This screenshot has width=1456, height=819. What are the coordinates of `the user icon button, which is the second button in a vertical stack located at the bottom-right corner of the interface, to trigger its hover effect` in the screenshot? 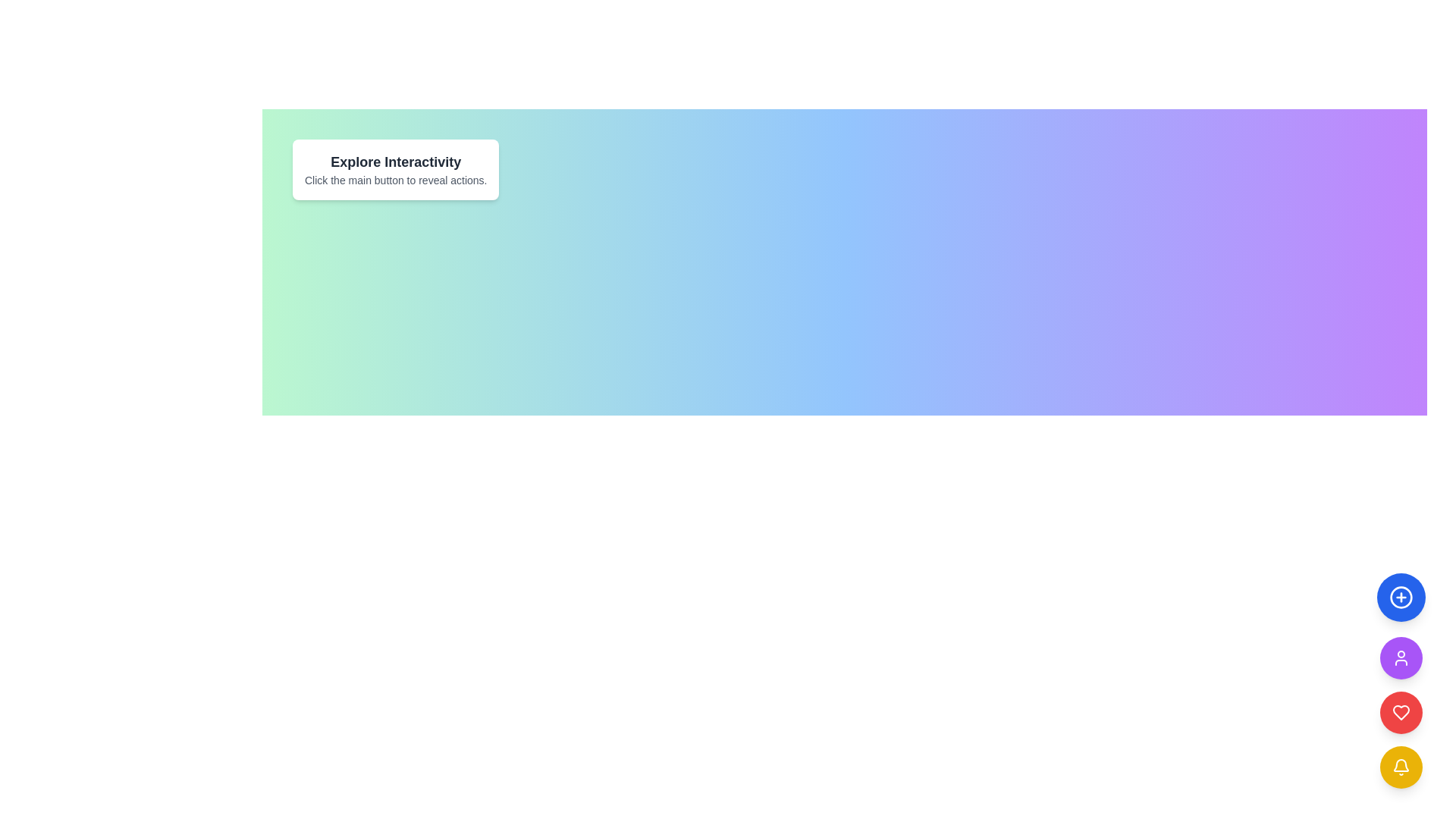 It's located at (1401, 657).